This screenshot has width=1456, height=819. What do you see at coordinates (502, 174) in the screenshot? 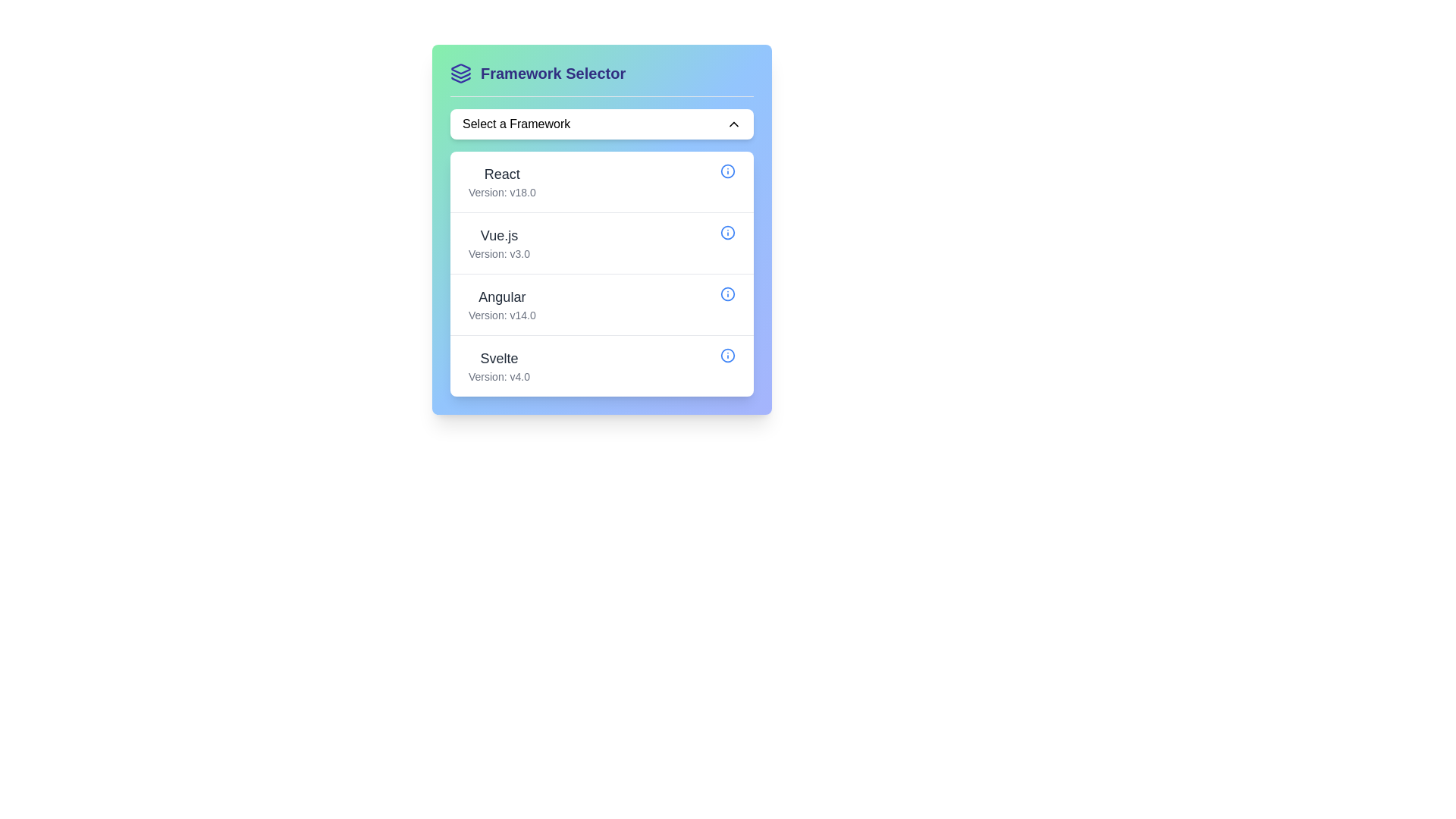
I see `text label that serves as the title for the first framework option in the list, indicating the 'React' framework, located under the 'Select a Framework' dropdown menu in the 'Framework Selector' section` at bounding box center [502, 174].